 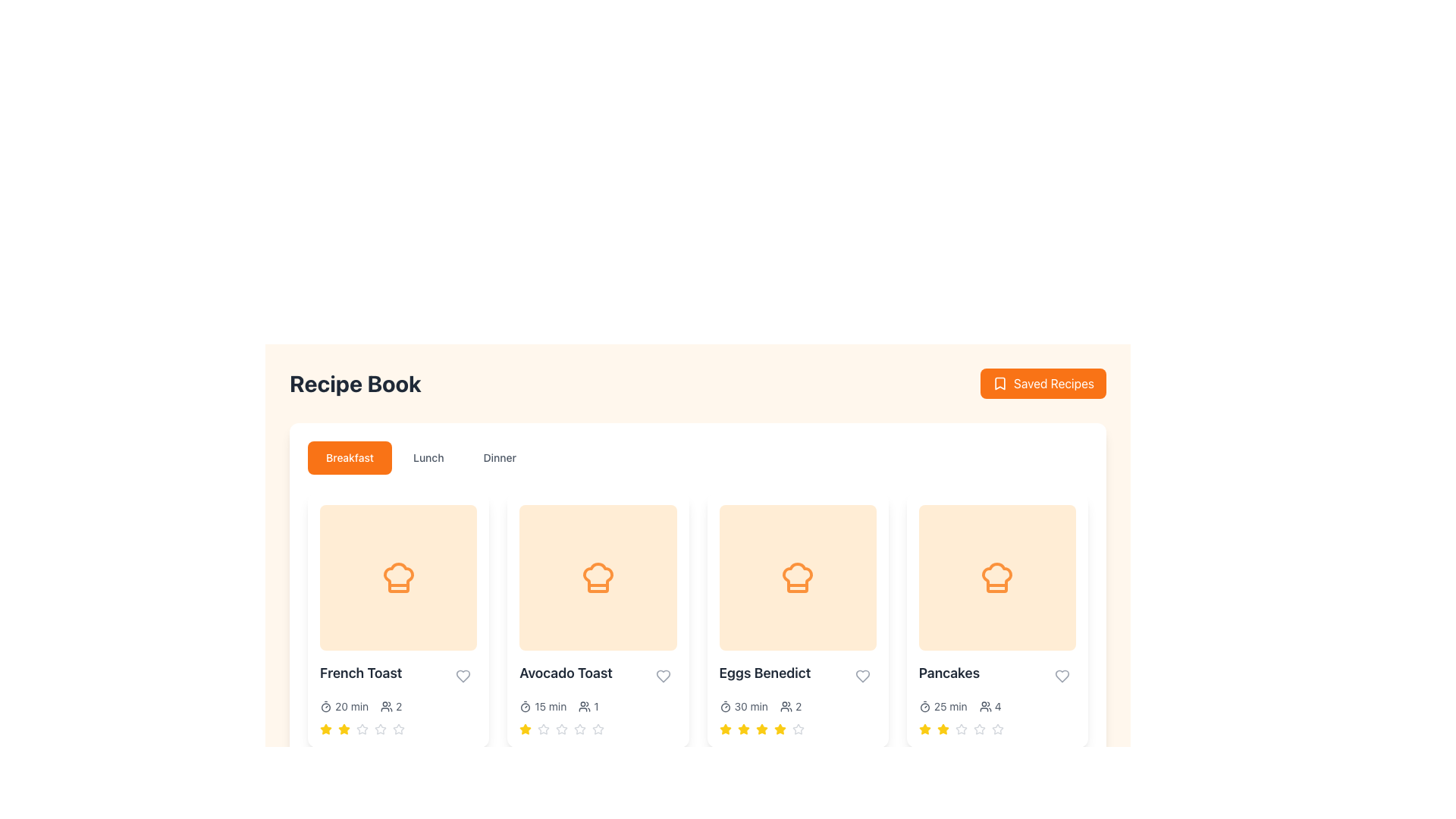 I want to click on the SVG icon representing the 'Eggs Benedict' recipe item, which is centrally aligned at the top of the card with a light cream-colored background, so click(x=797, y=578).